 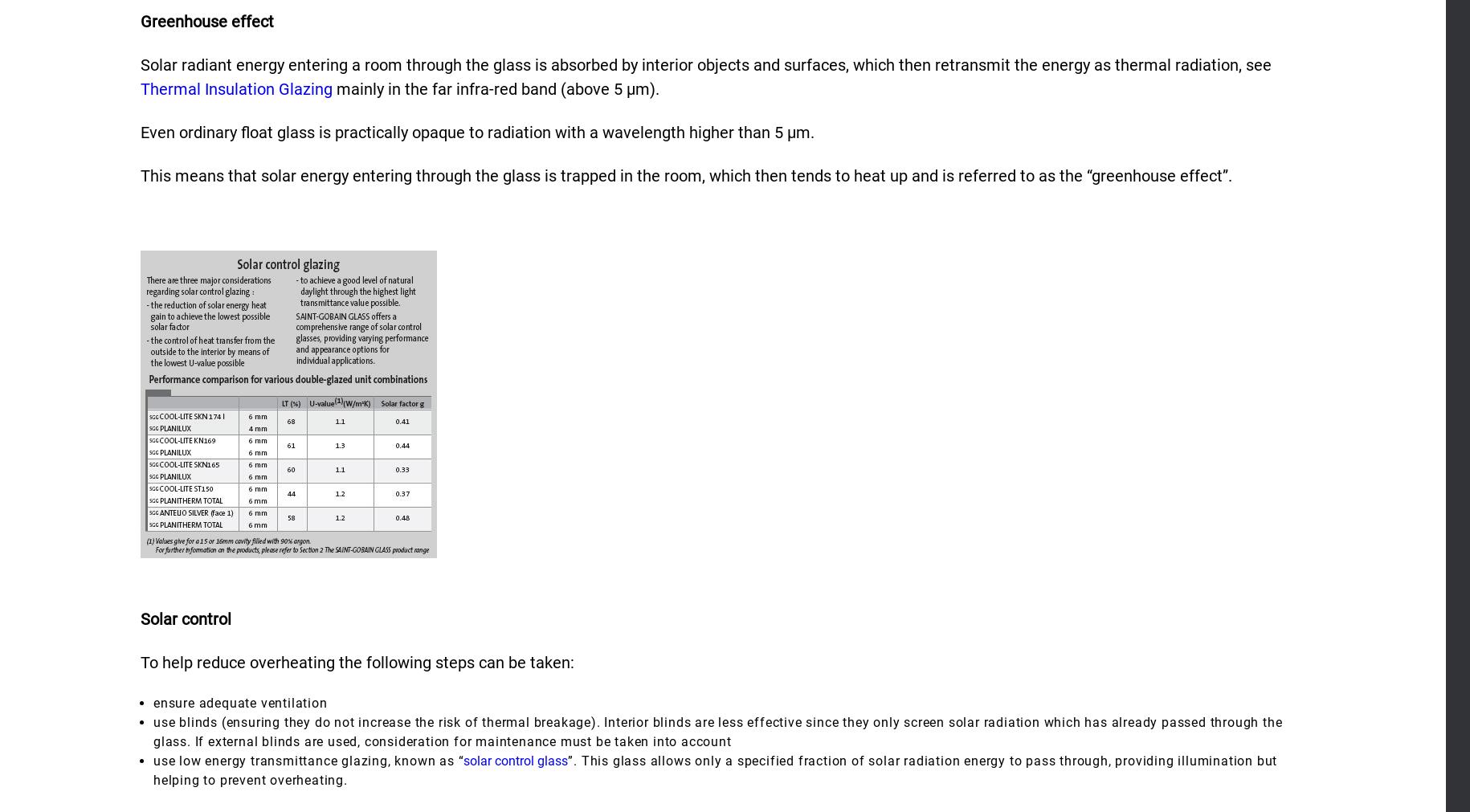 What do you see at coordinates (307, 760) in the screenshot?
I see `'use low energy transmittance glazing, known as “'` at bounding box center [307, 760].